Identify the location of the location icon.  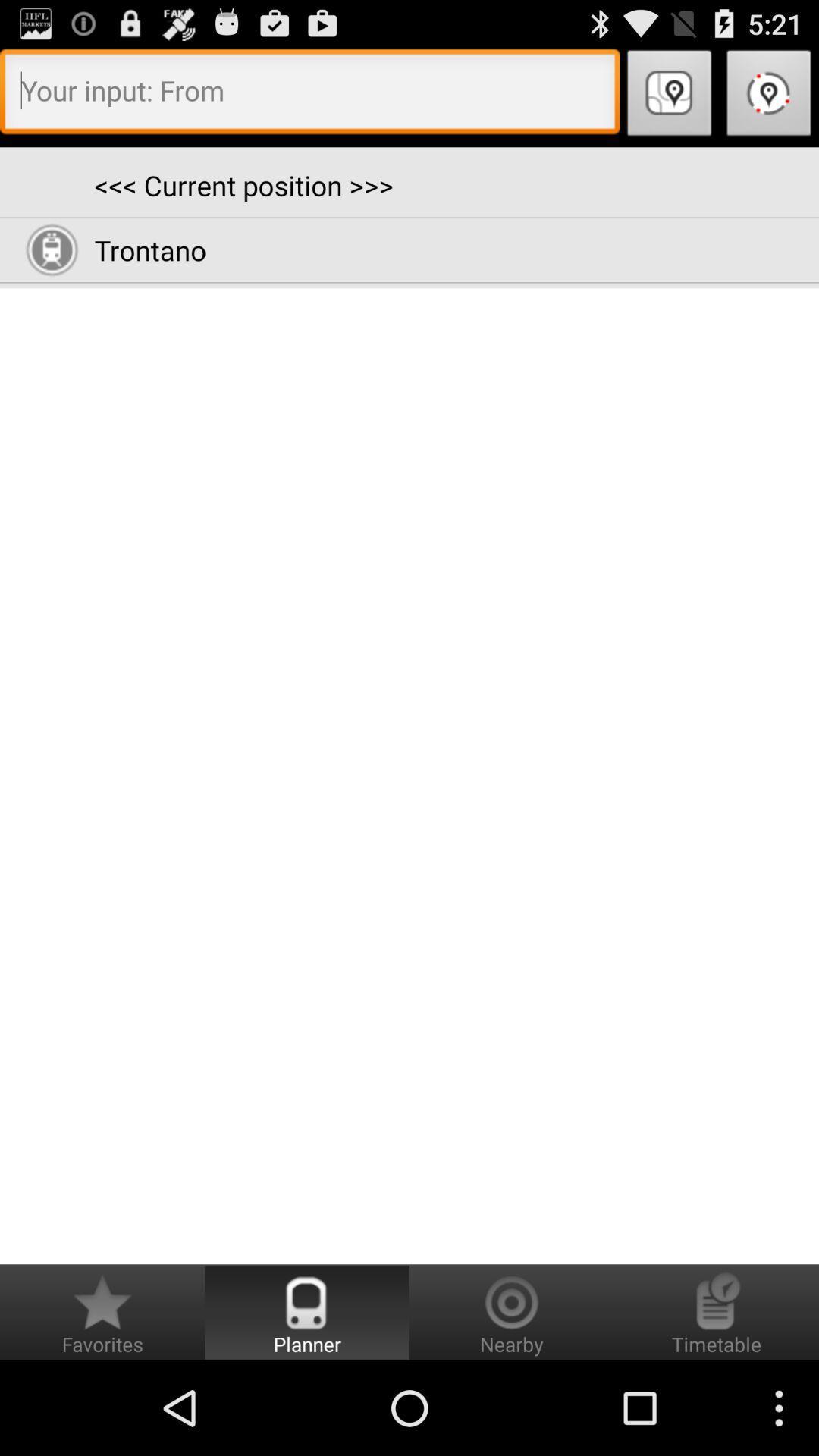
(769, 103).